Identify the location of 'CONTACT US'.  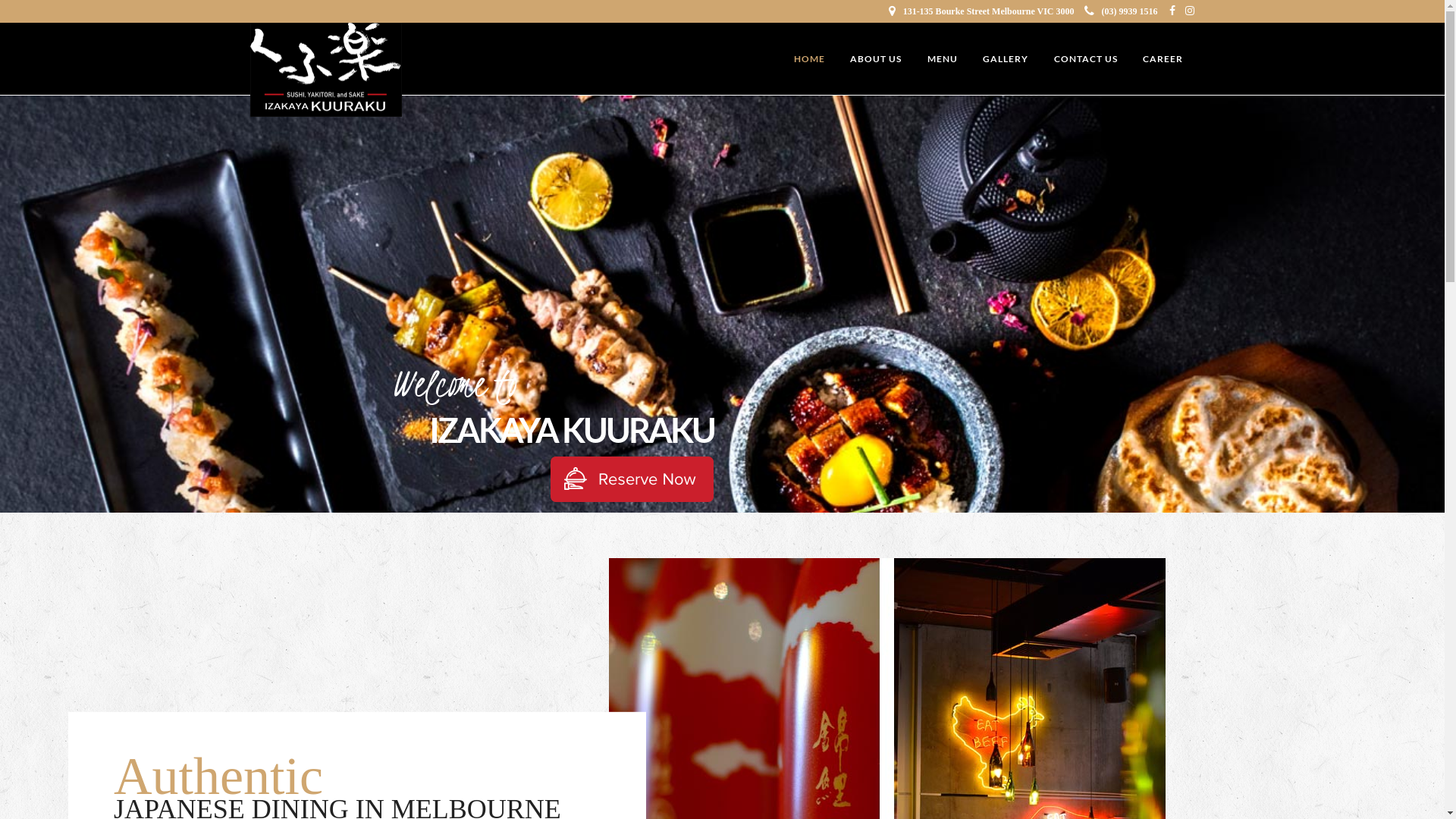
(1084, 58).